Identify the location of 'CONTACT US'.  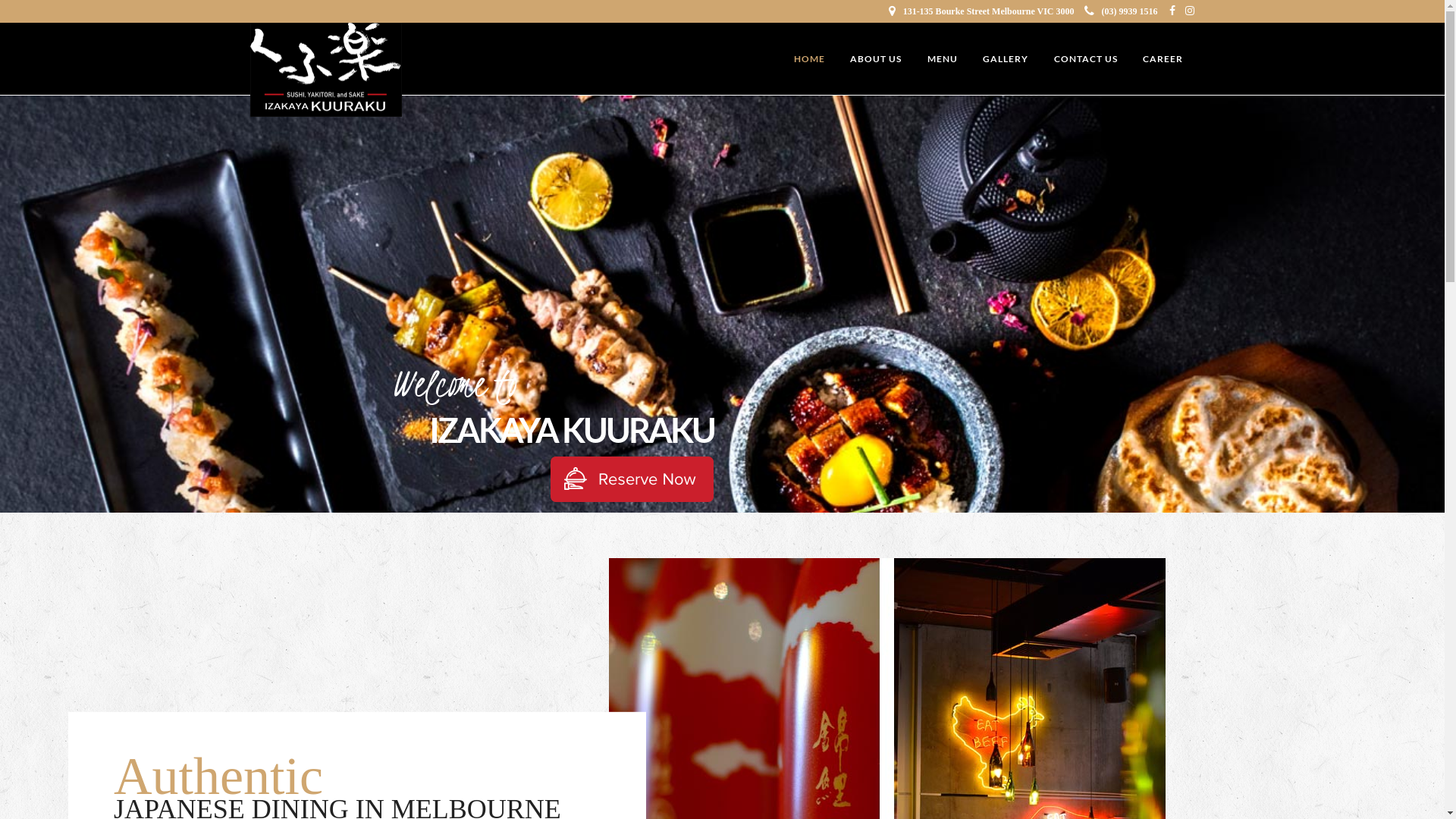
(1084, 58).